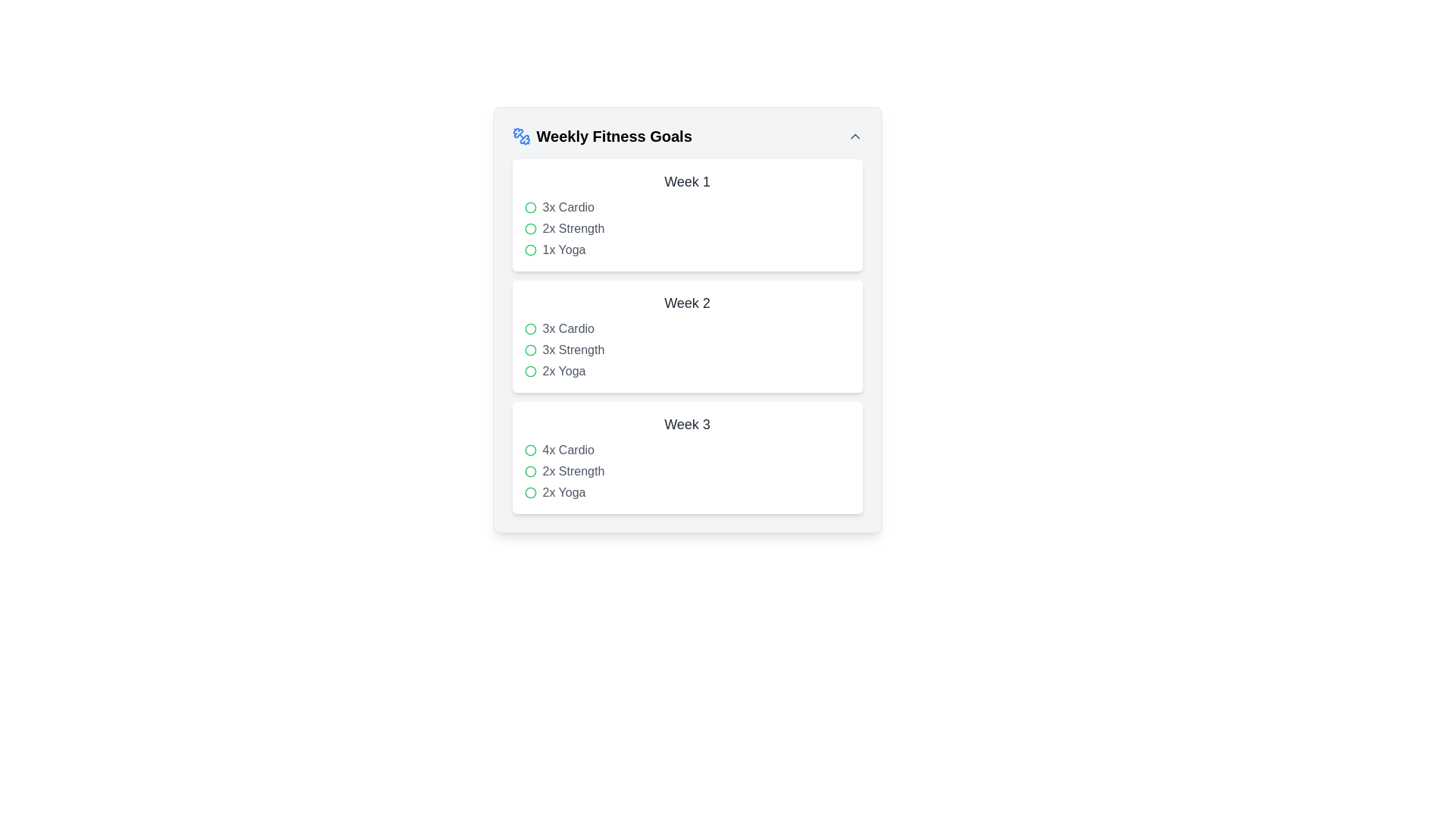  Describe the element at coordinates (530, 207) in the screenshot. I see `the completion icon for the '3x Cardio' activity located in the top-left corner of the 'Week 1' section` at that location.